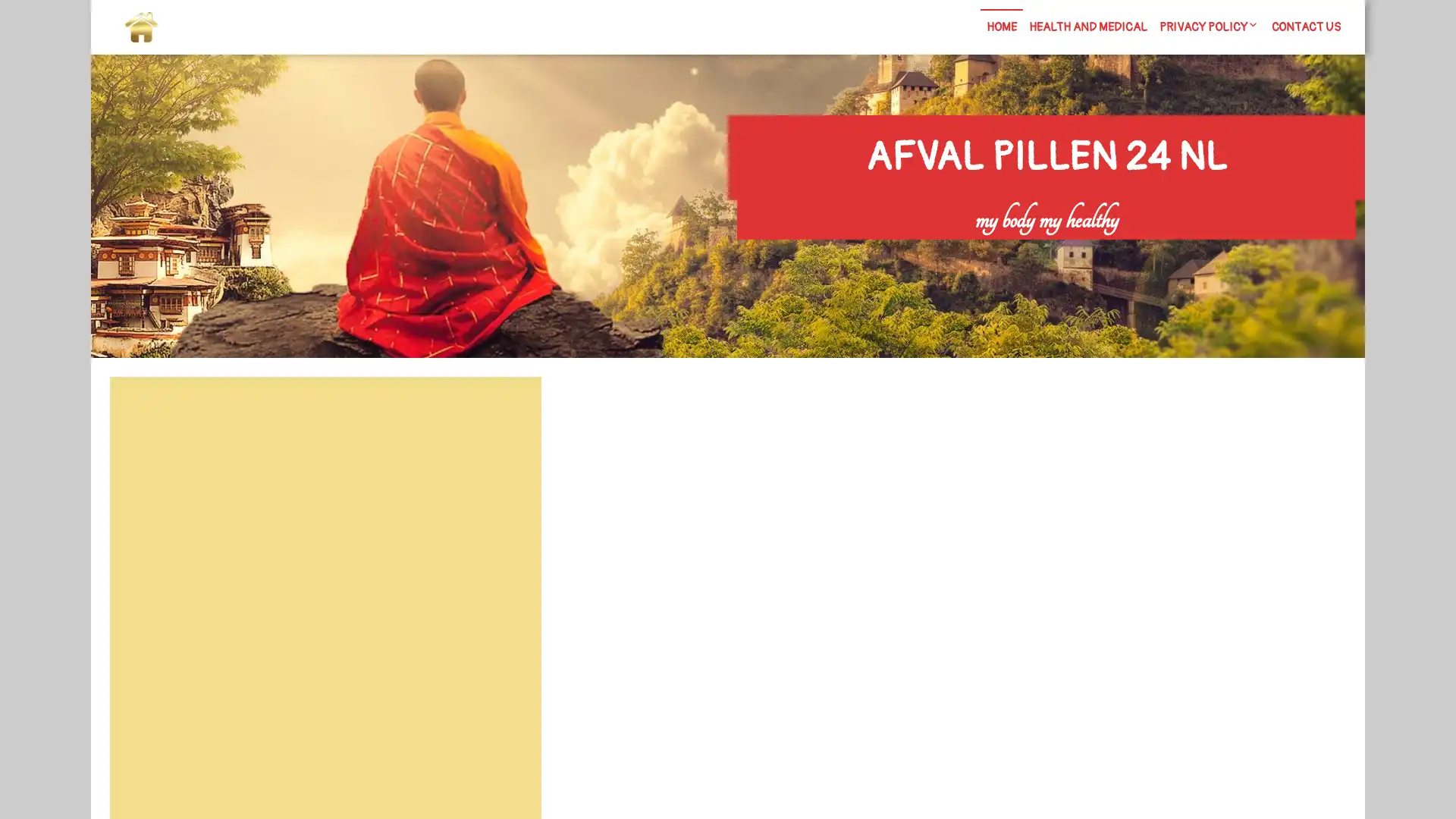 The image size is (1456, 819). I want to click on Search, so click(1181, 248).